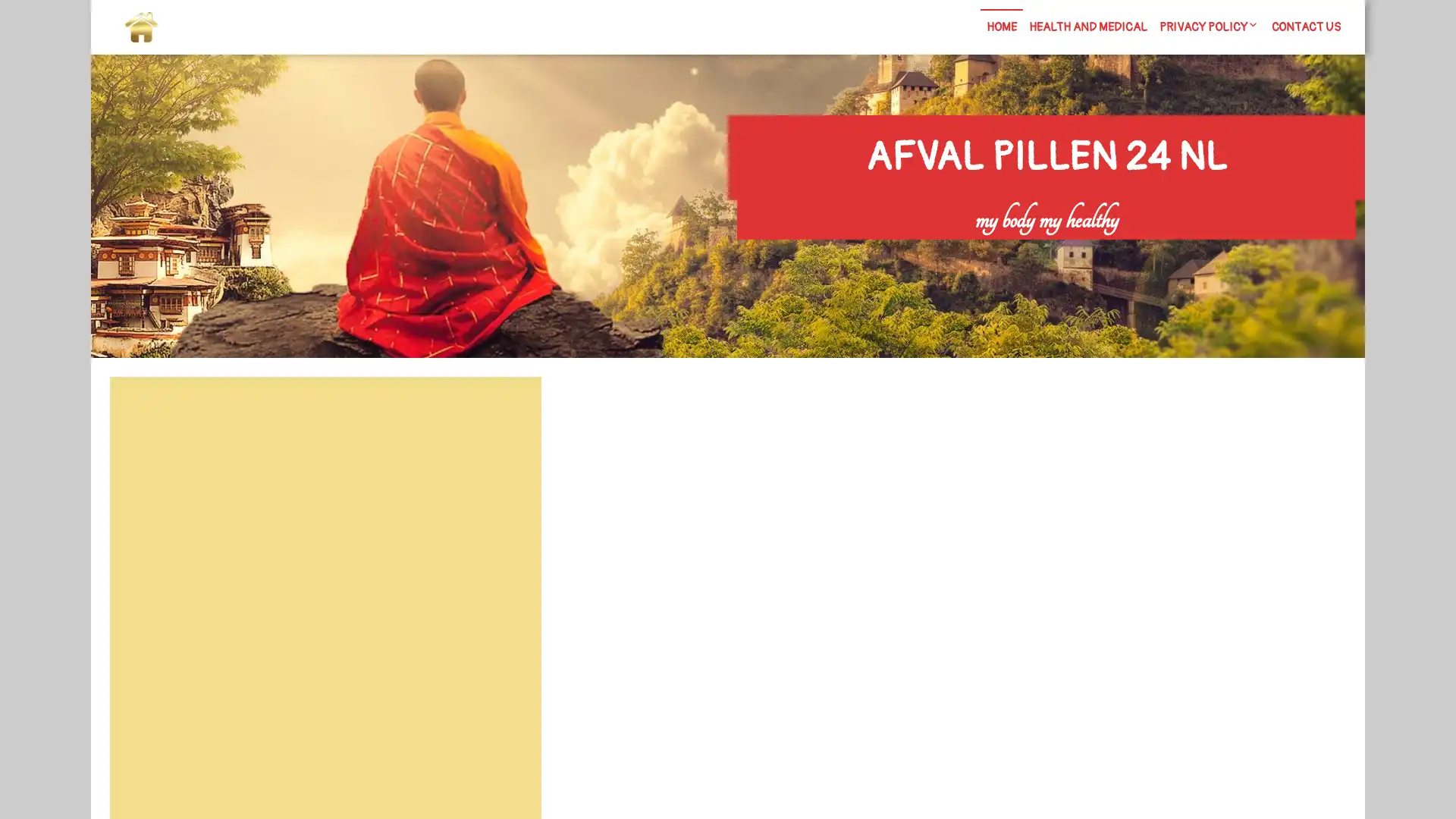 The image size is (1456, 819). I want to click on Search, so click(1181, 248).